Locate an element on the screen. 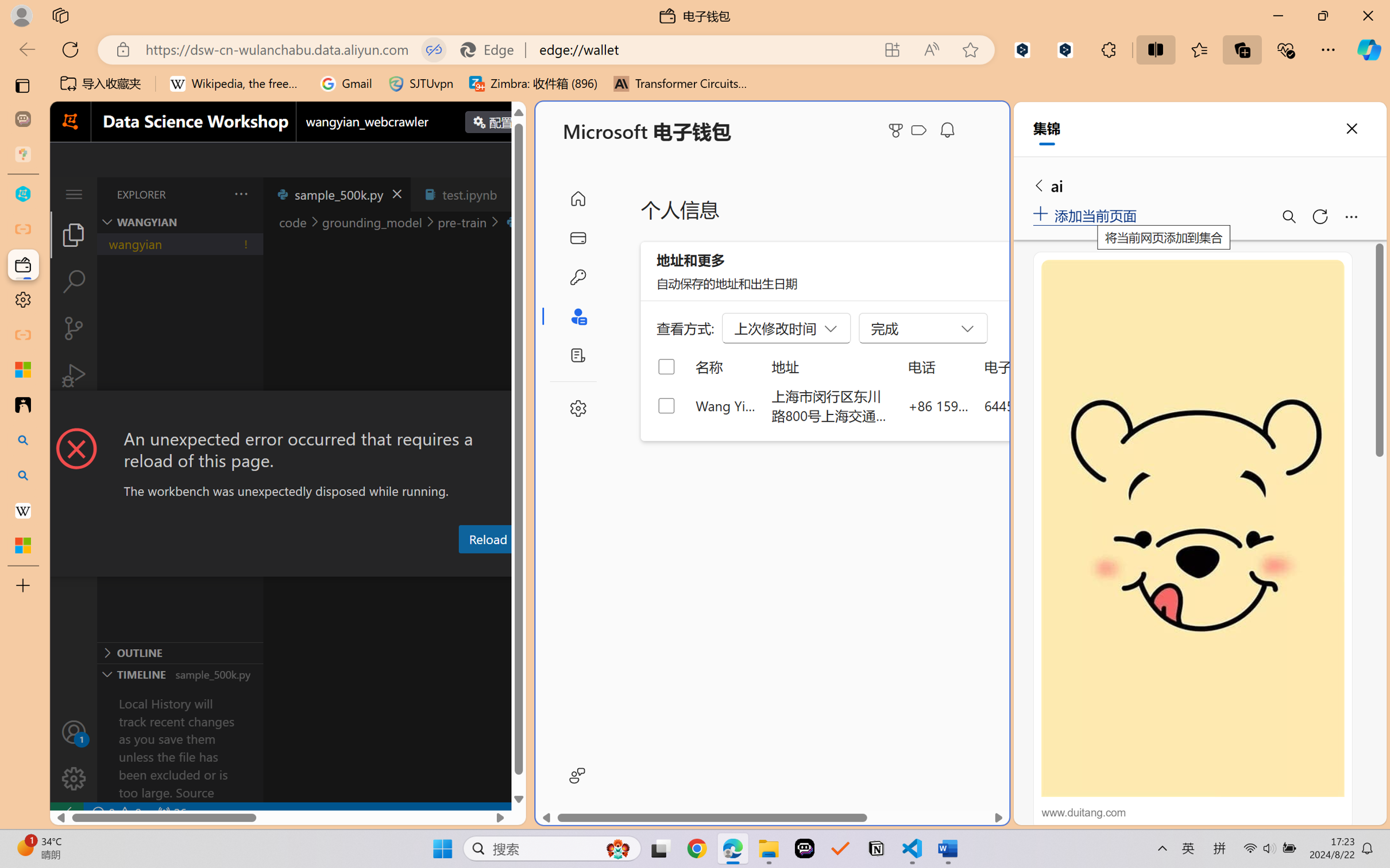 Image resolution: width=1390 pixels, height=868 pixels. 'Earth - Wikipedia' is located at coordinates (22, 509).